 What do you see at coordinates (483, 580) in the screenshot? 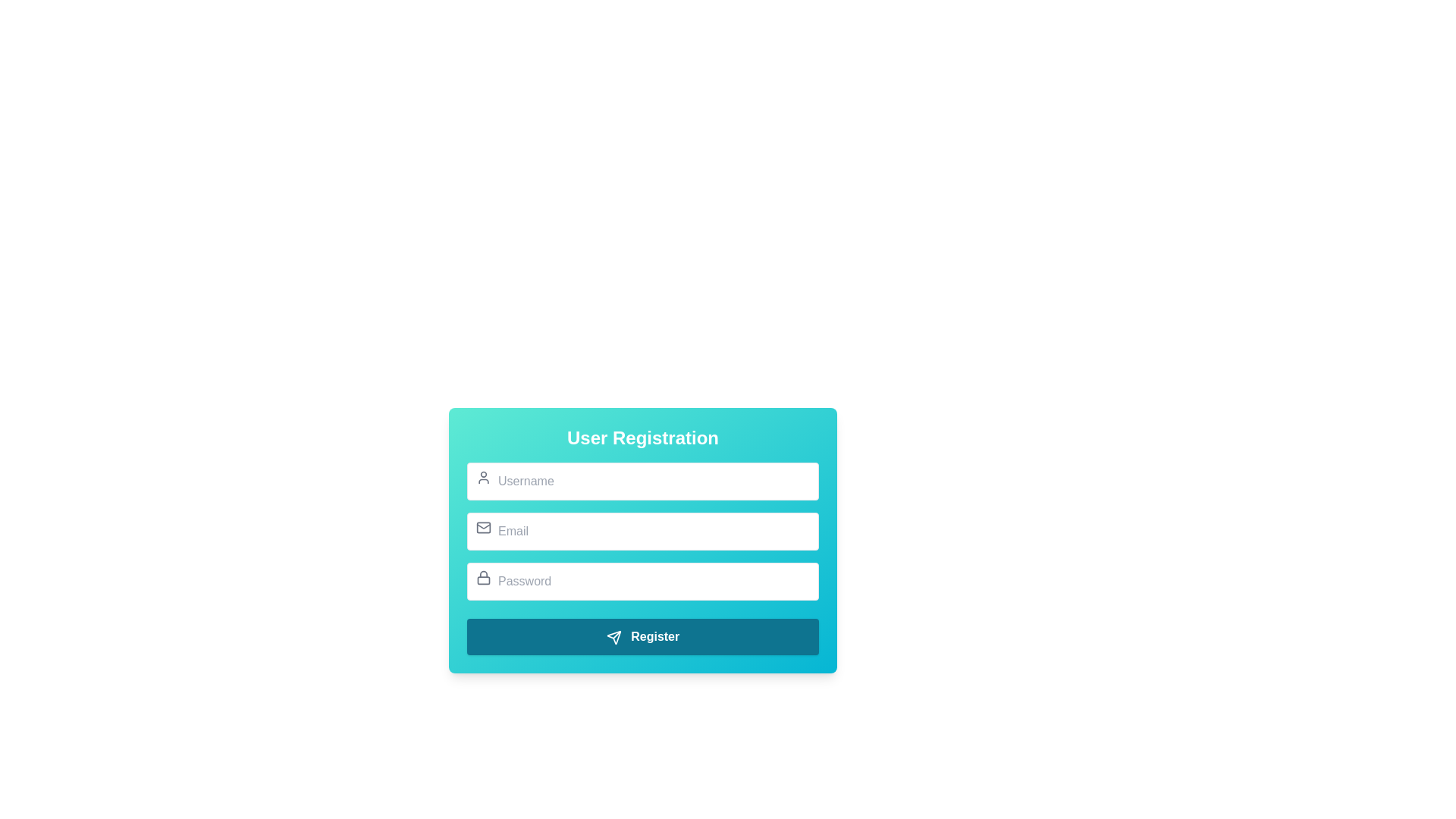
I see `the graphic detail (SVG rectangle) that serves as a visual enhancement of the lock icon, located to the left of the 'Password' input field in the 'User Registration' form` at bounding box center [483, 580].